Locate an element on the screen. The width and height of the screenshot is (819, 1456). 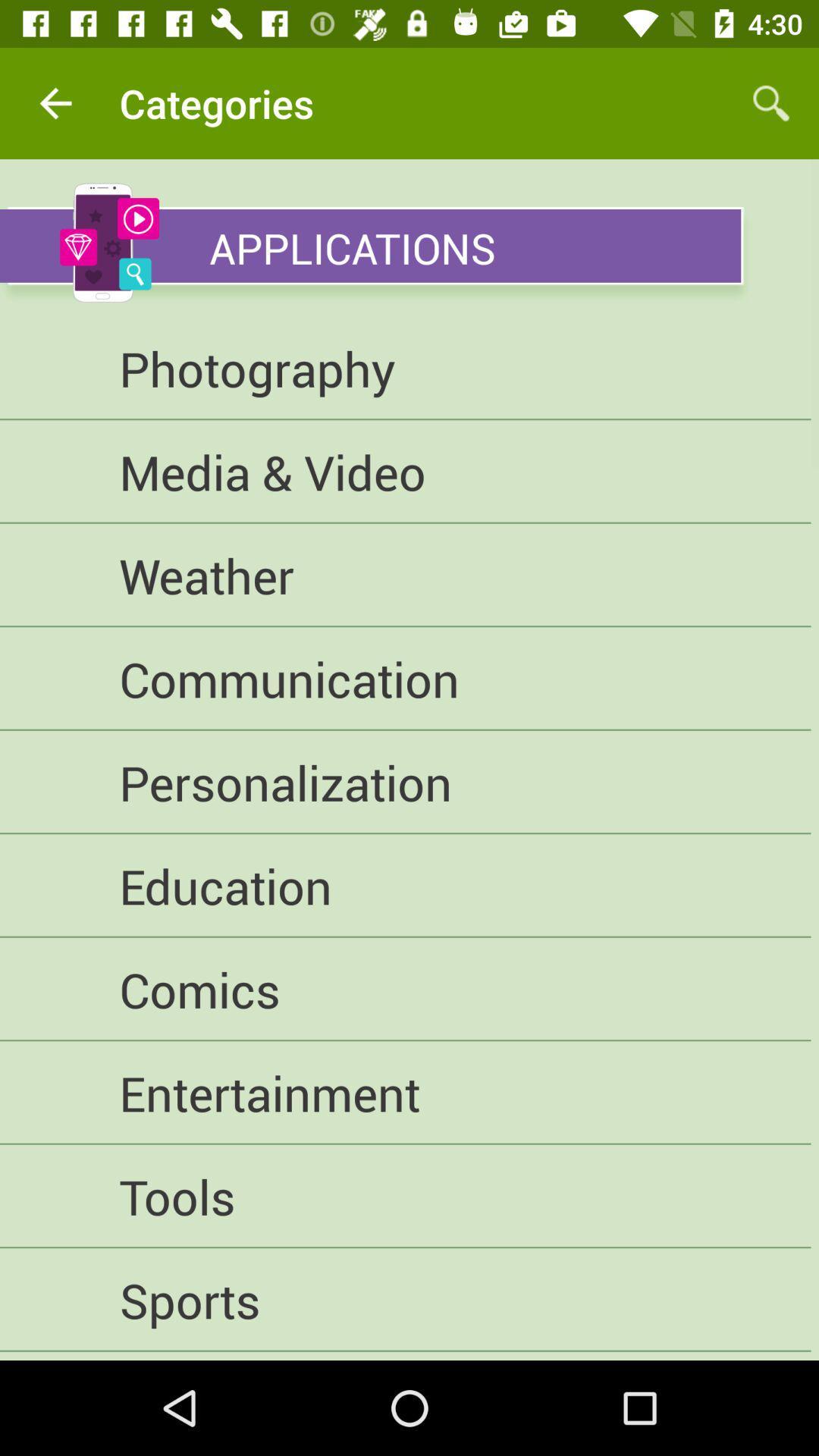
the weather item is located at coordinates (404, 574).